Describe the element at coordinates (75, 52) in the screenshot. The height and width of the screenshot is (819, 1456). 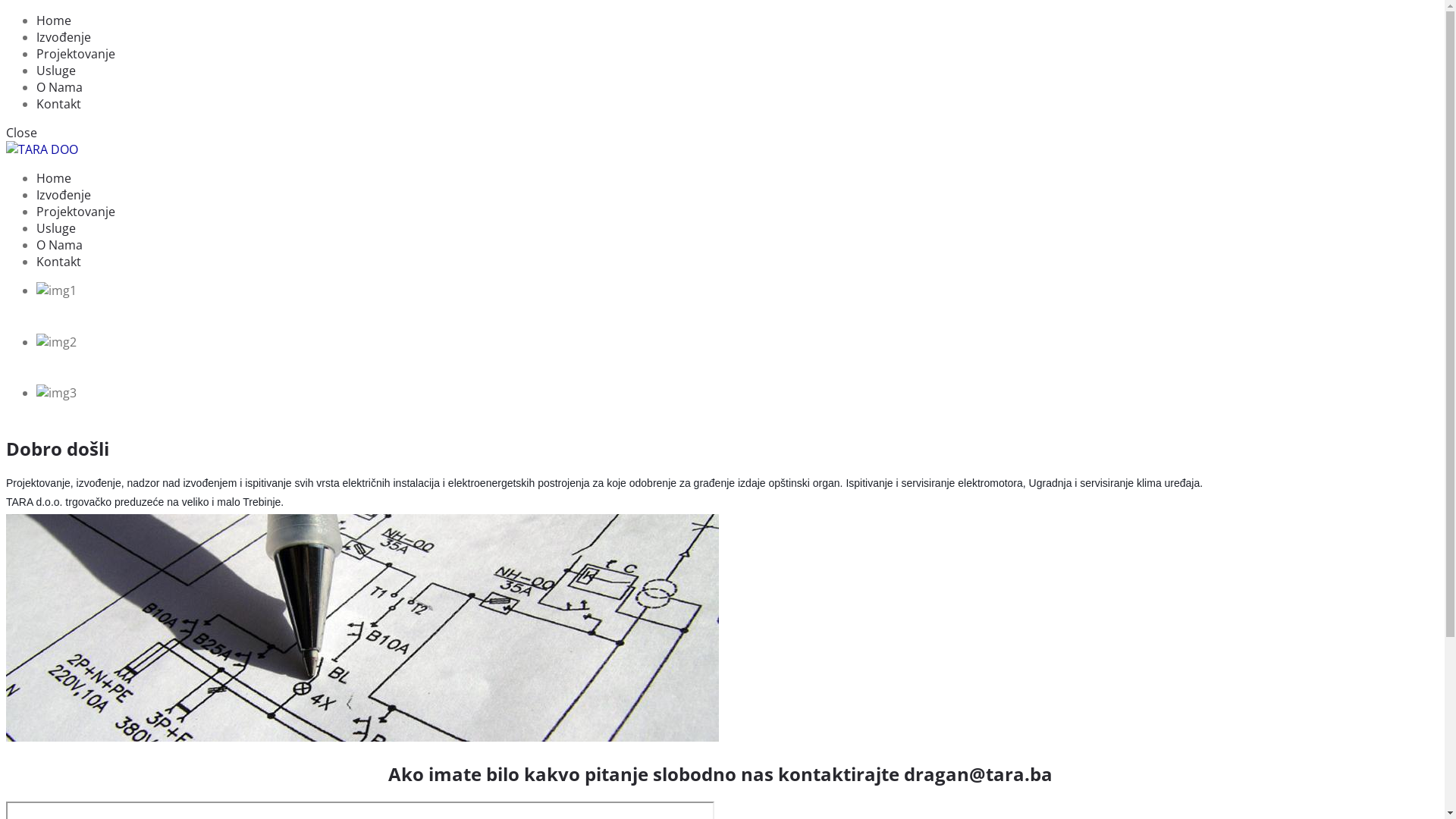
I see `'Projektovanje'` at that location.